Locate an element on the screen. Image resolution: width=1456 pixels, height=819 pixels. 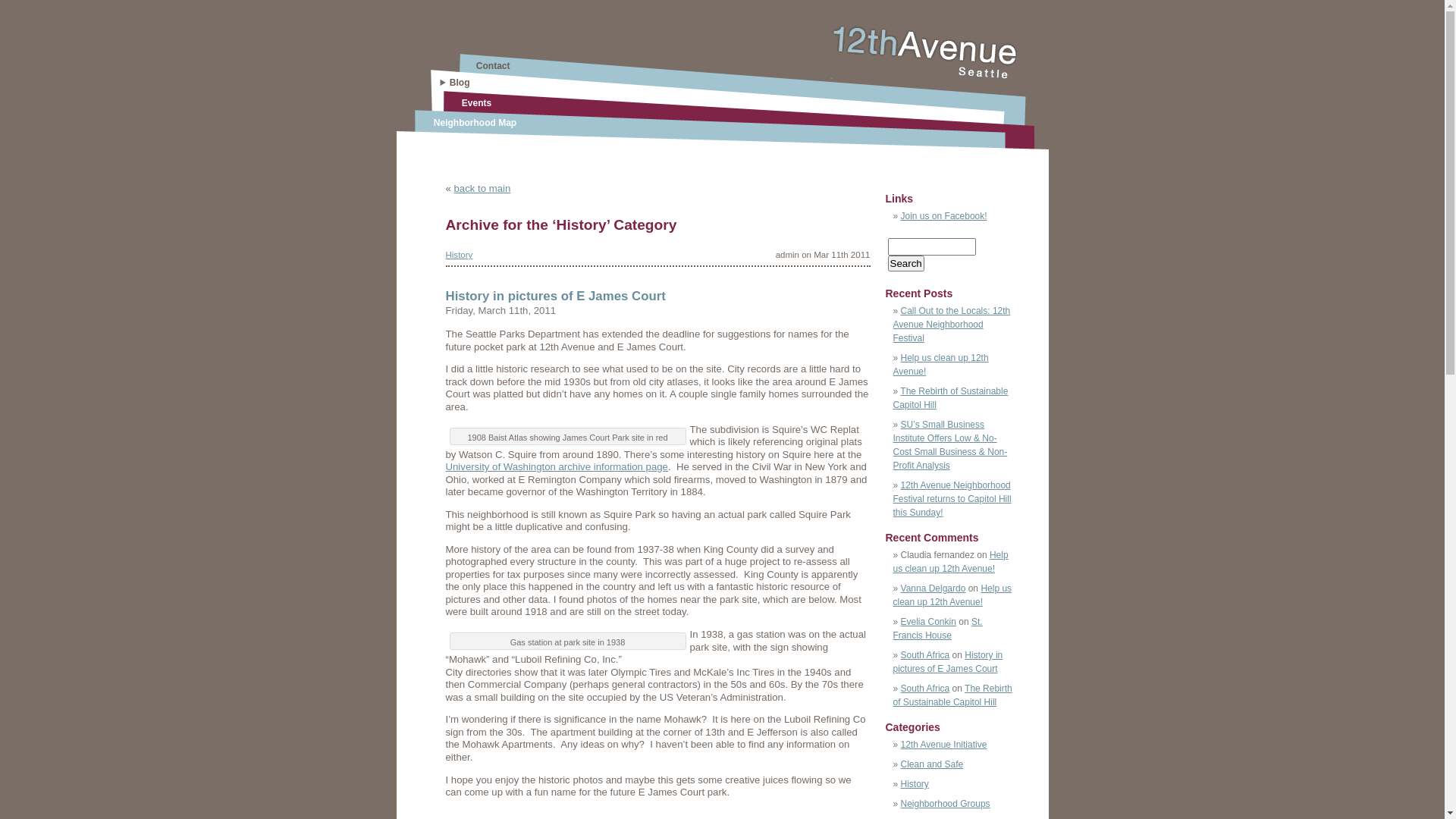
'Help us clean up 12th Avenue!' is located at coordinates (940, 365).